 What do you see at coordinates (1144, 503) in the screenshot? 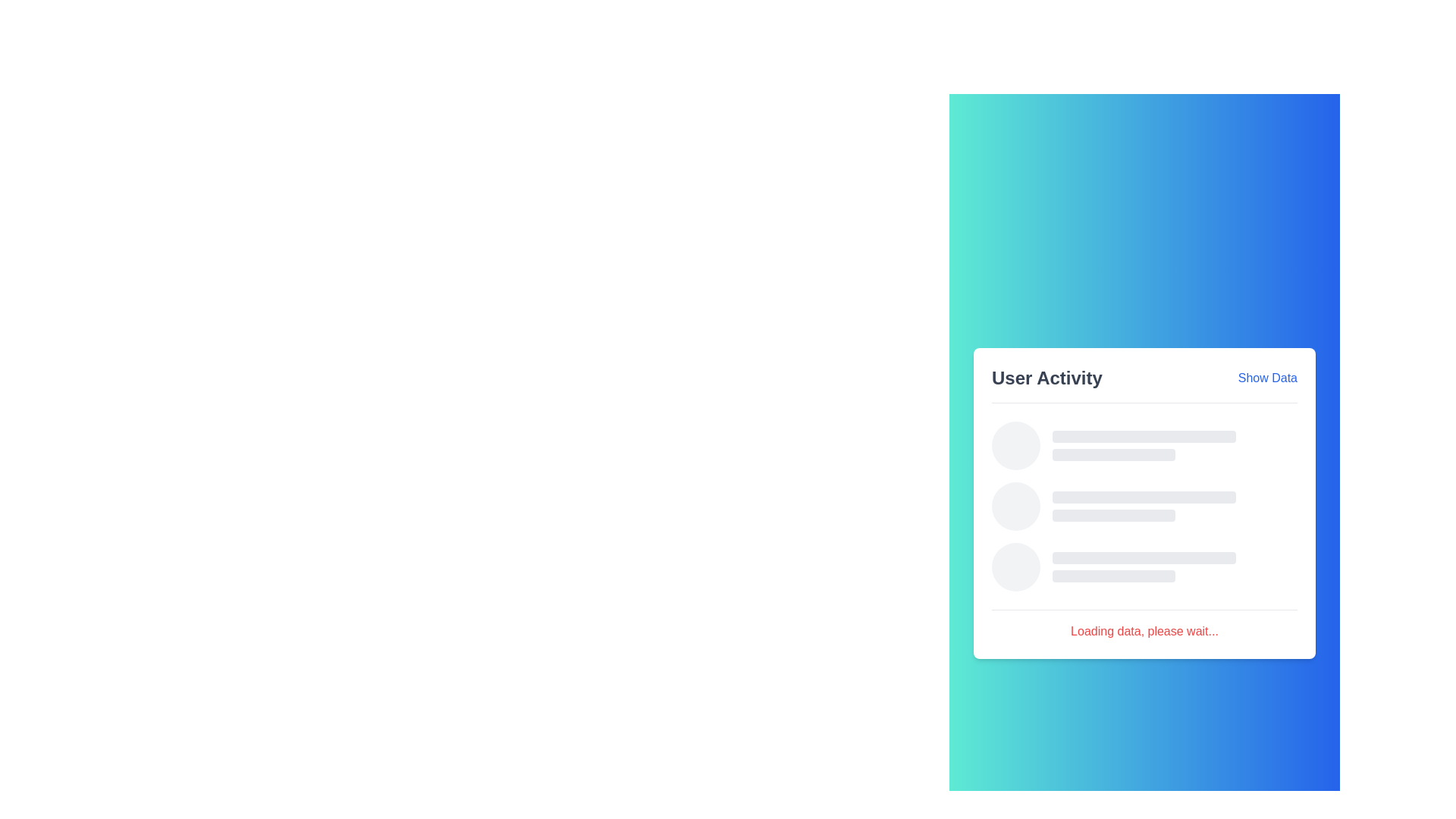
I see `data content or placeholders from the center item of the three rows in the 'User Activity' card that contains a white background and rounded corners` at bounding box center [1144, 503].